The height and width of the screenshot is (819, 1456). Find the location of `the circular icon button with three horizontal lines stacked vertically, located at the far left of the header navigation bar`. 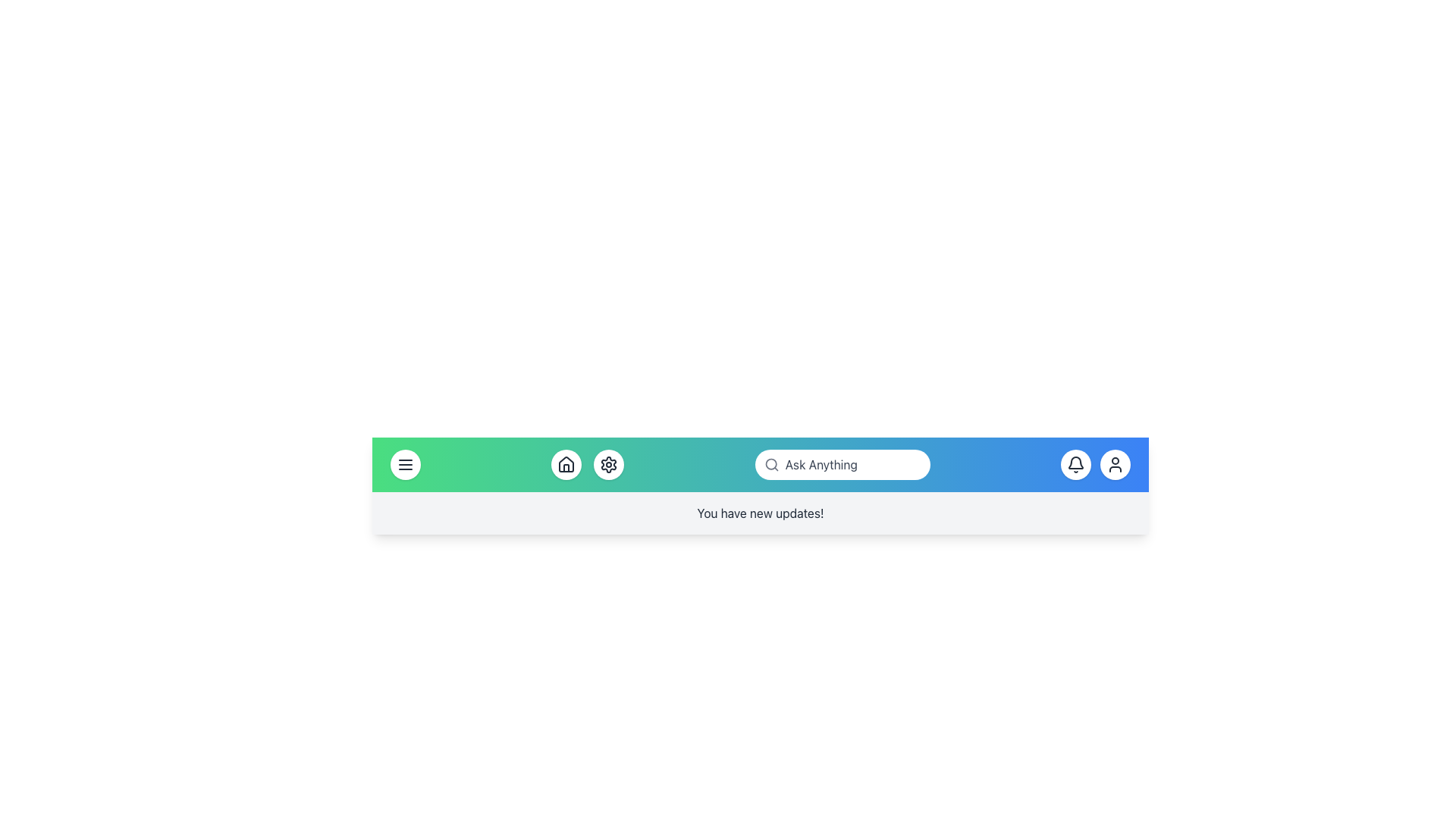

the circular icon button with three horizontal lines stacked vertically, located at the far left of the header navigation bar is located at coordinates (405, 464).